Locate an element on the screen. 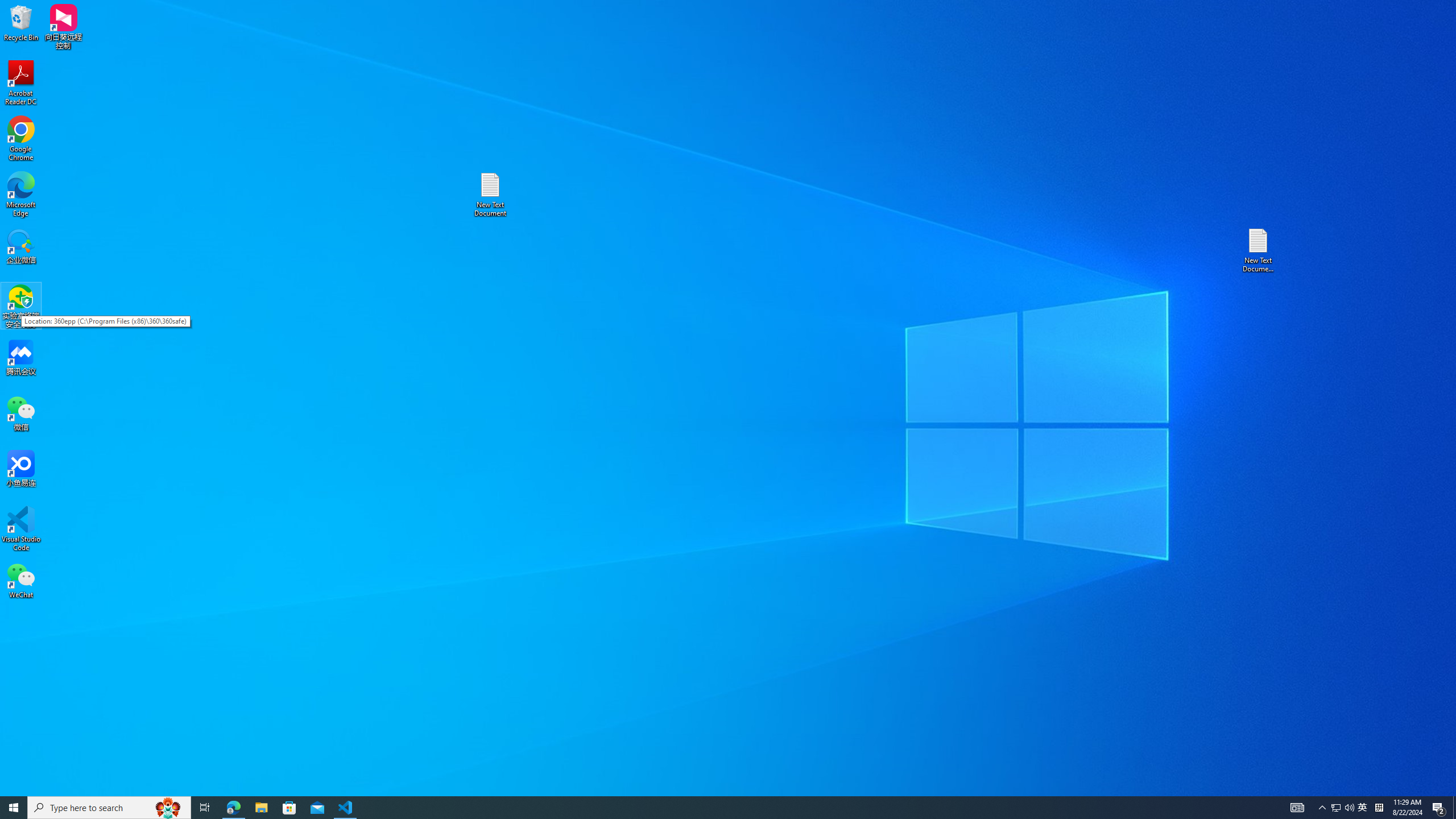  'Tray Input Indicator - Chinese (Simplified, China)' is located at coordinates (1379, 806).